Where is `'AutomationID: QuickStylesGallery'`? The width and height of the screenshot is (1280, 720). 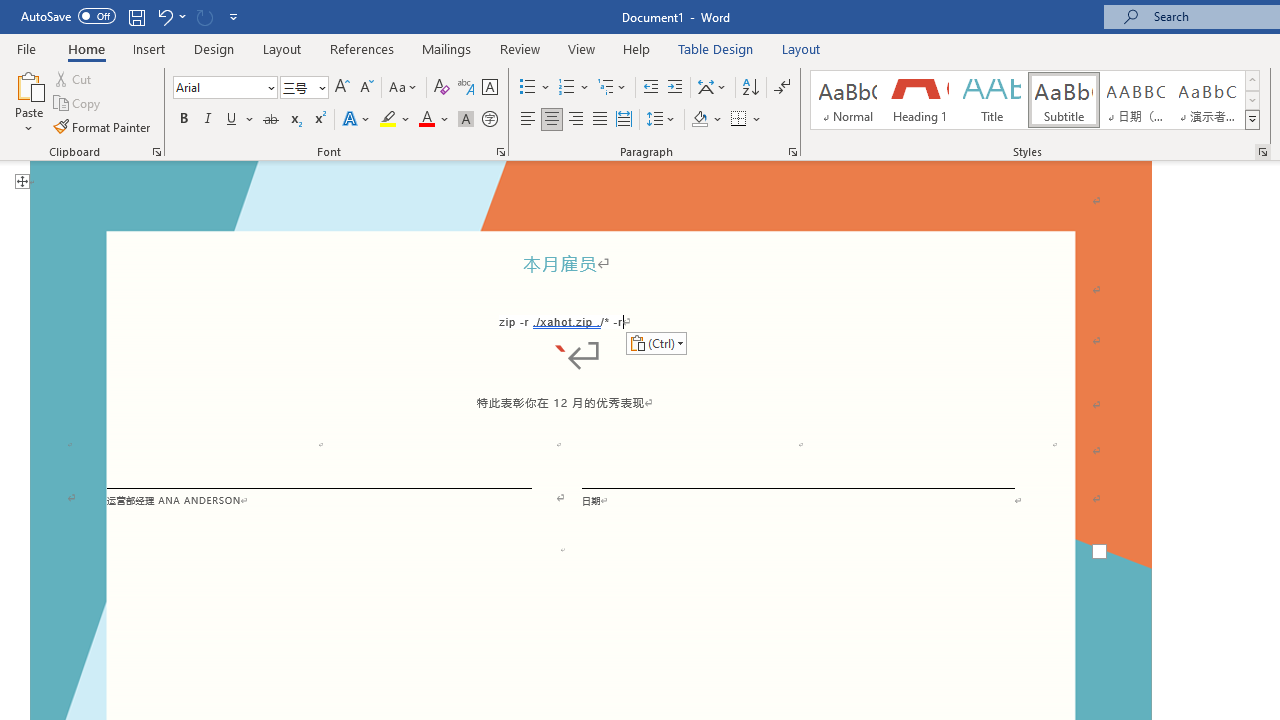
'AutomationID: QuickStylesGallery' is located at coordinates (1036, 100).